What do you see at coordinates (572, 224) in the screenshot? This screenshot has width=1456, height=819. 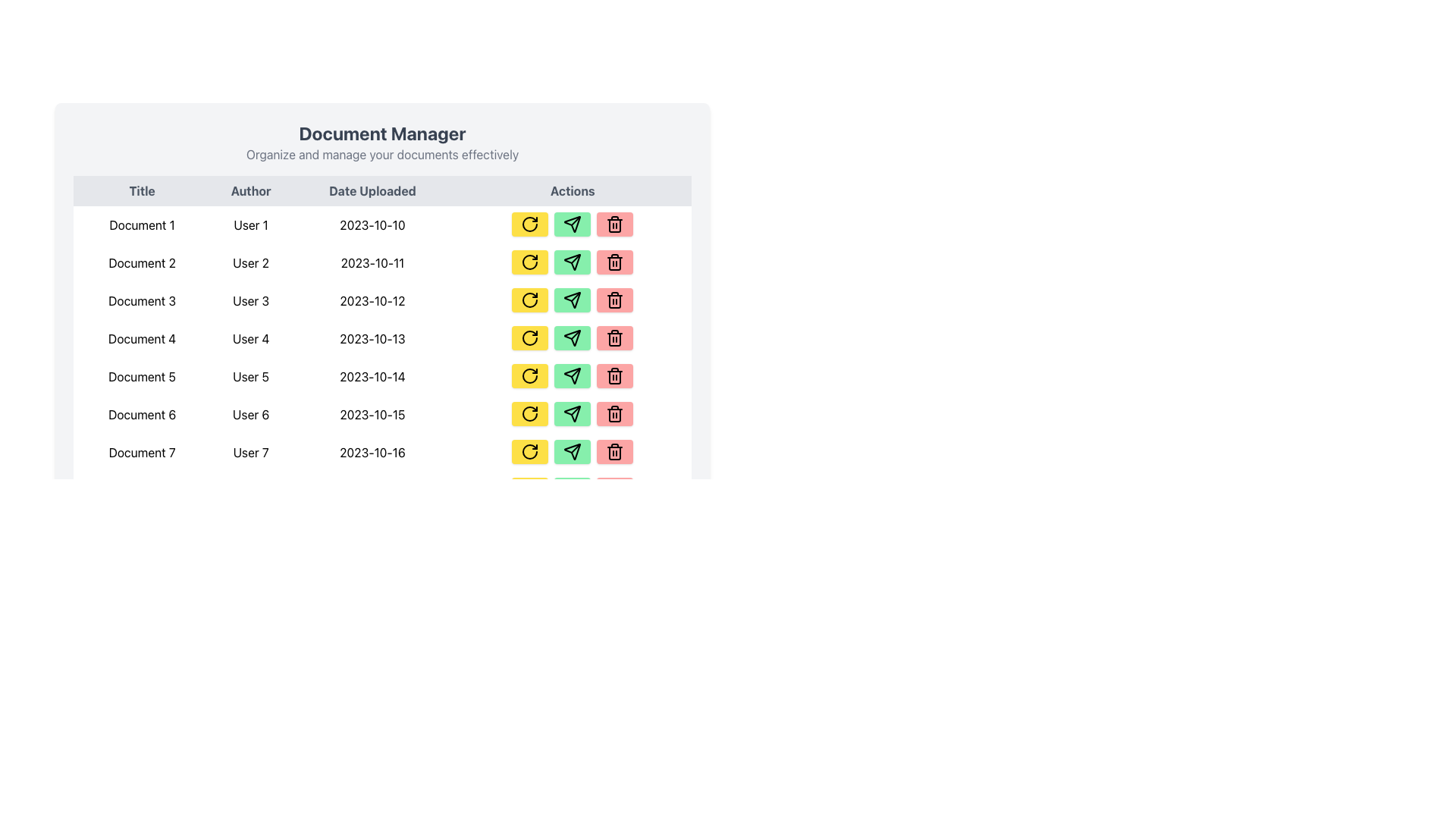 I see `the 'Send' button located in the 'Actions' column of the table, which is centrally positioned between the yellow 'Refresh' button and the red 'Delete' button for 'Document 1'` at bounding box center [572, 224].